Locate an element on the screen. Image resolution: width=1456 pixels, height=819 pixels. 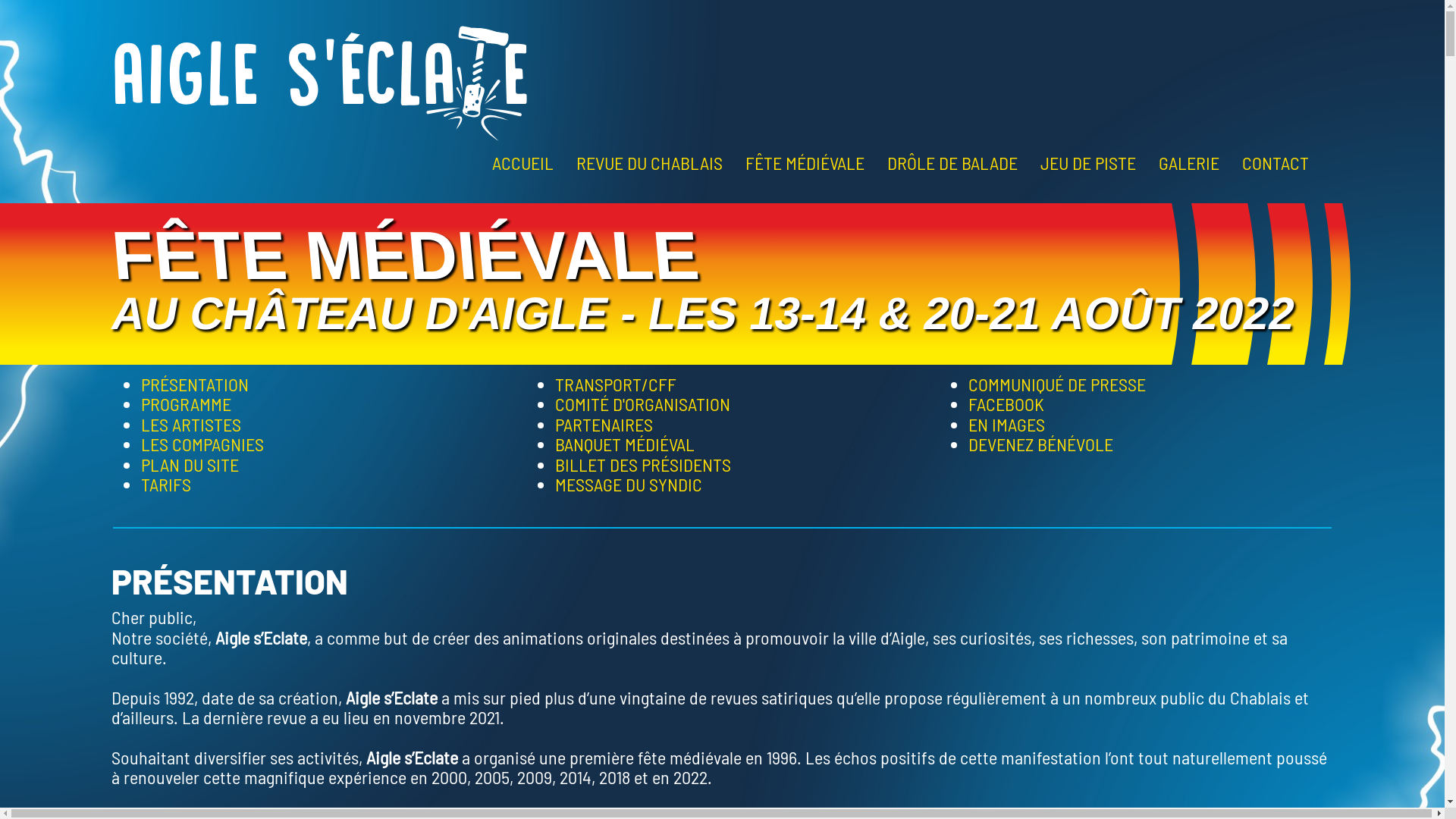
'TRANSPORT/CFF' is located at coordinates (554, 383).